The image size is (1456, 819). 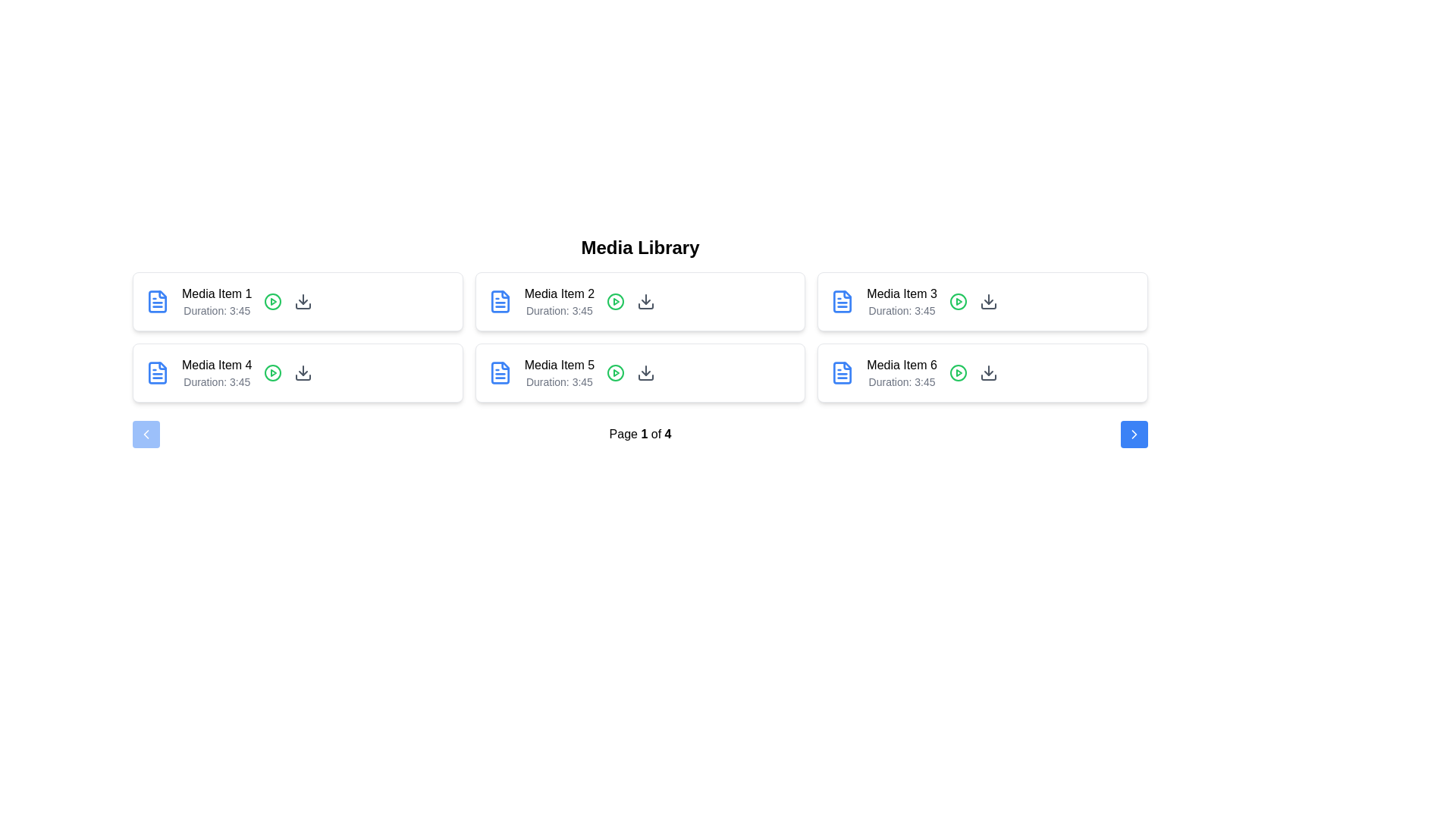 What do you see at coordinates (616, 373) in the screenshot?
I see `the circular shape within the SVG component of the play button icon next to the label 'Media Item 5'` at bounding box center [616, 373].